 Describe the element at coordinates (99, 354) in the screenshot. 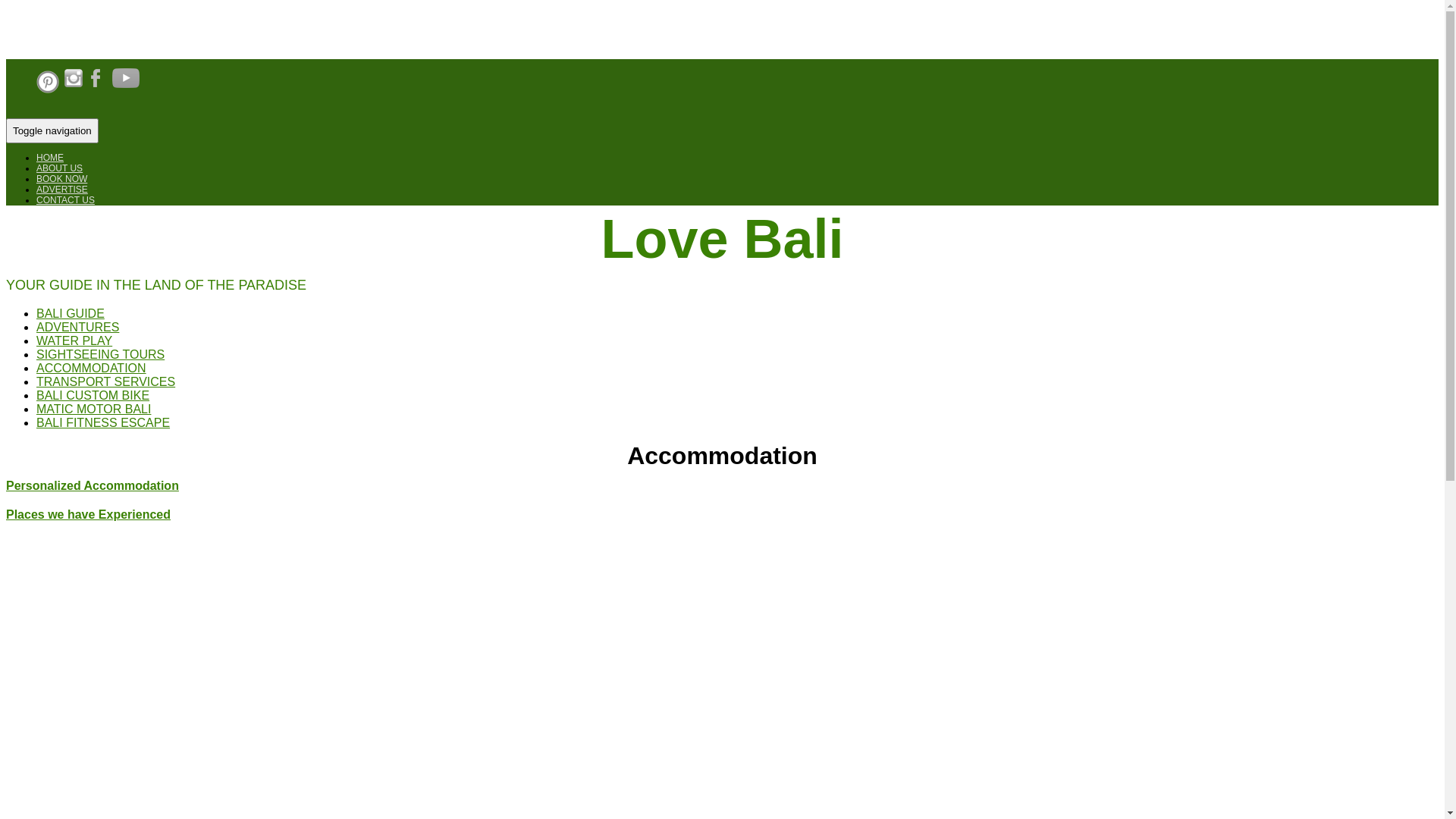

I see `'SIGHTSEEING TOURS'` at that location.